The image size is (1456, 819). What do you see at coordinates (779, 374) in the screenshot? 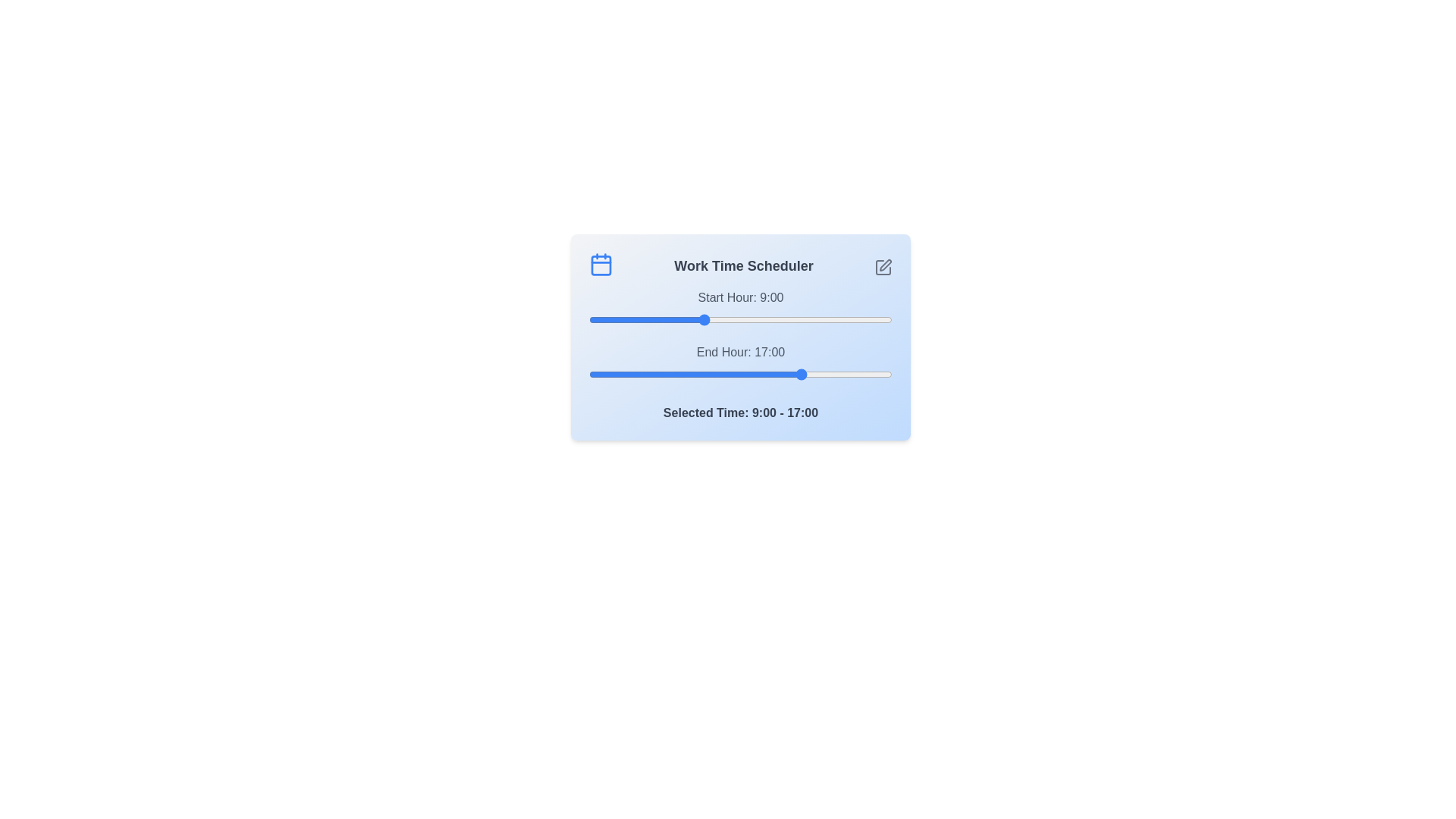
I see `the end time slider to 15 where 15 is in the range 0 to 24` at bounding box center [779, 374].